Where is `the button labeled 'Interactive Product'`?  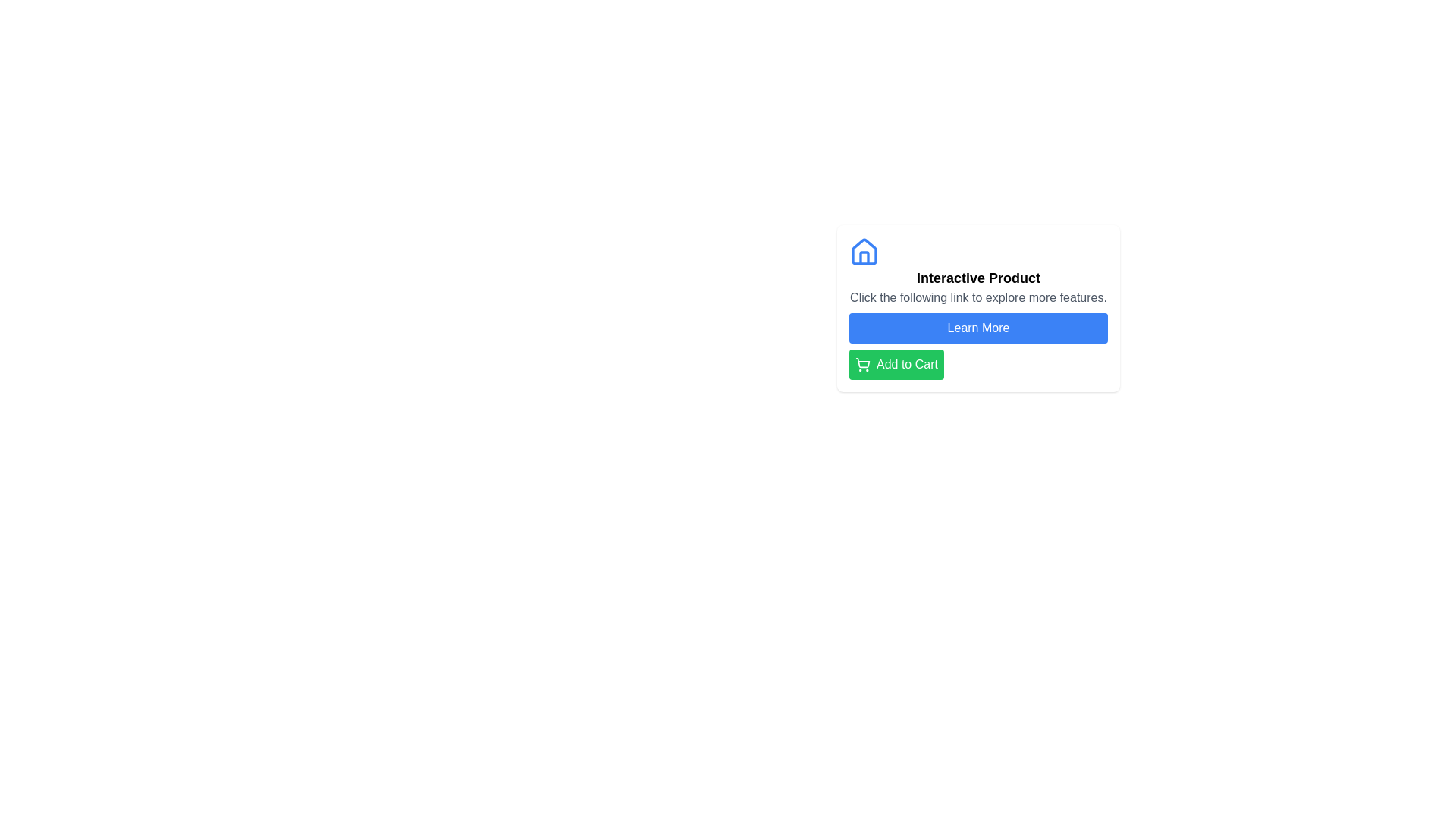 the button labeled 'Interactive Product' is located at coordinates (978, 327).